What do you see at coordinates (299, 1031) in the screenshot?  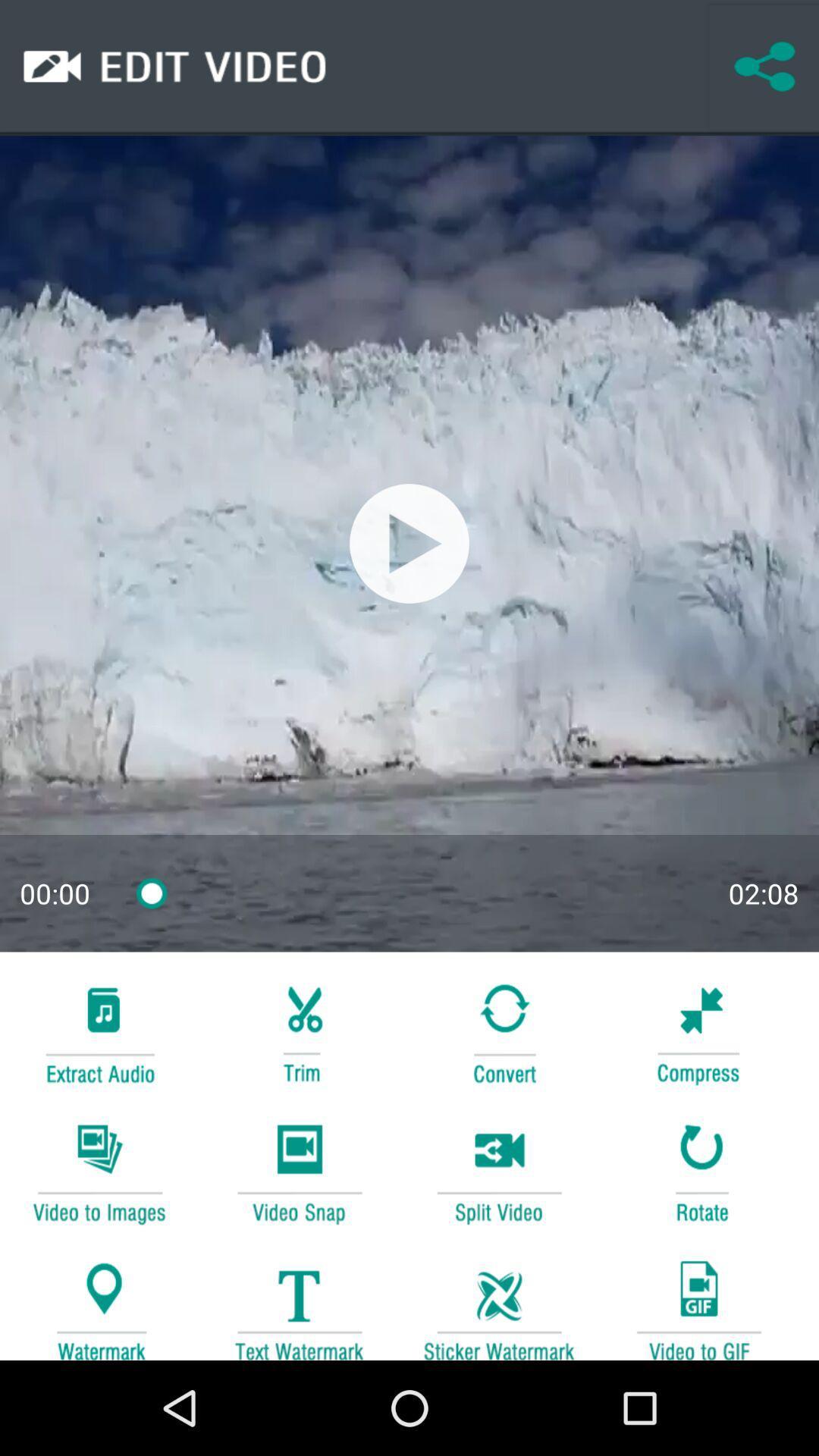 I see `trim option` at bounding box center [299, 1031].